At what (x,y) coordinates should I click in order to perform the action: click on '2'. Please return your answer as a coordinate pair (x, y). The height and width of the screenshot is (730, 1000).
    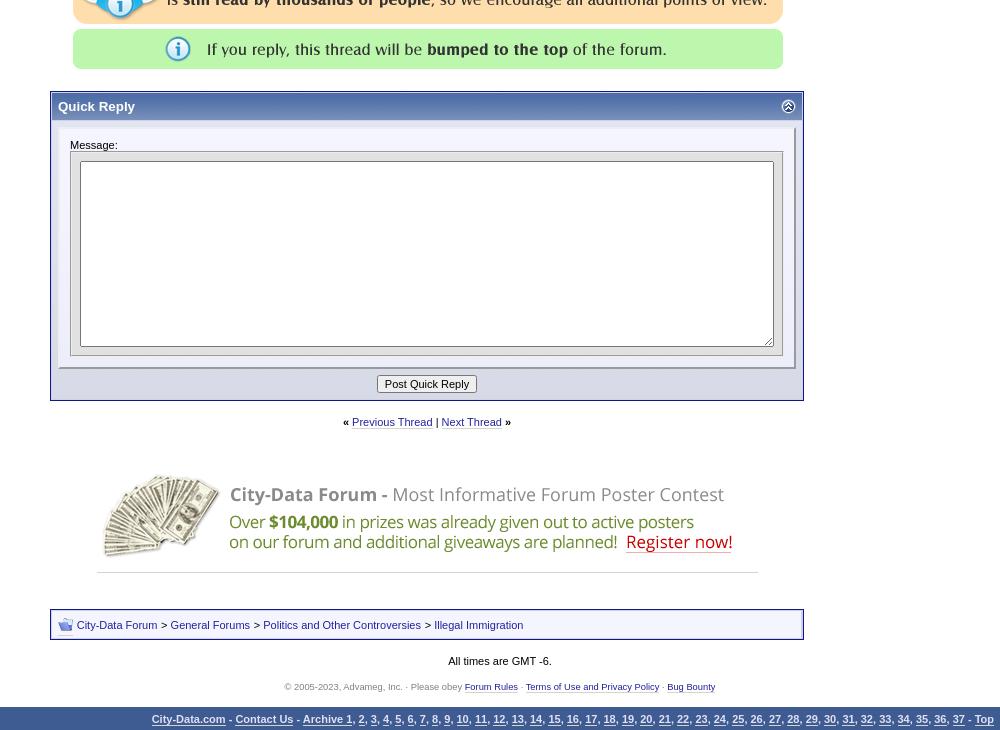
    Looking at the image, I should click on (360, 718).